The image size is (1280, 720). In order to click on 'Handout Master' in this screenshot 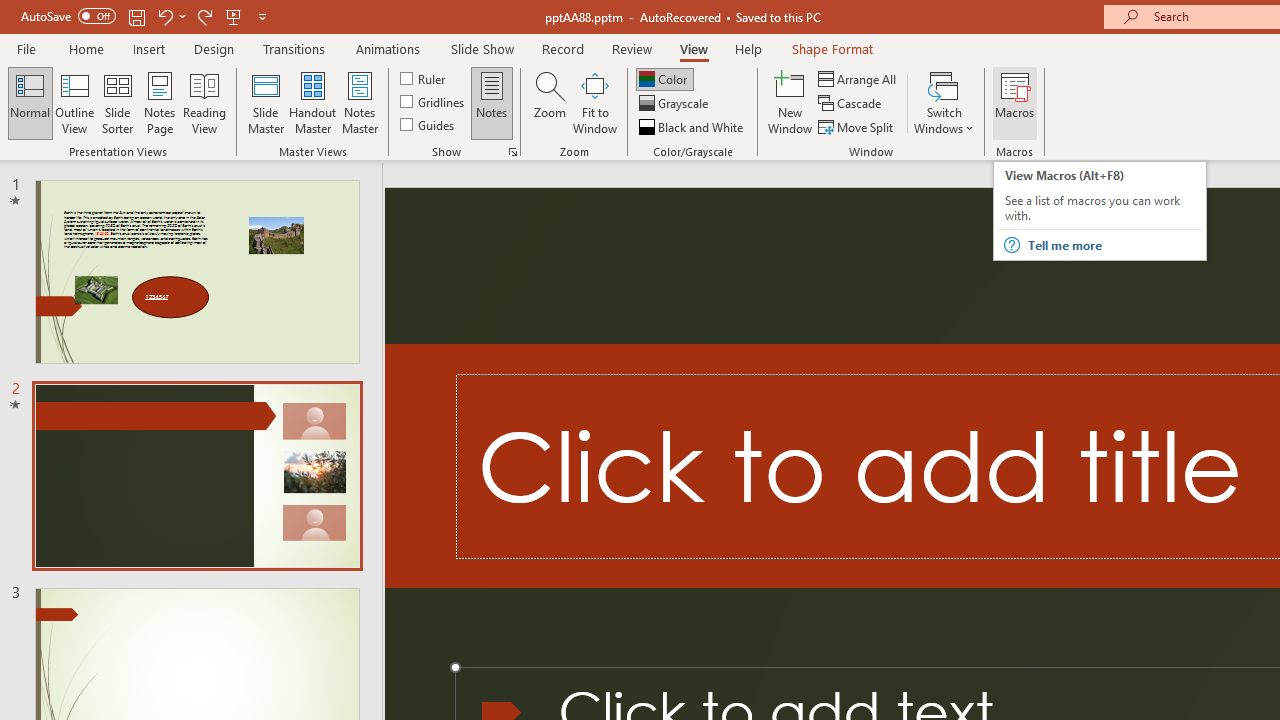, I will do `click(311, 103)`.